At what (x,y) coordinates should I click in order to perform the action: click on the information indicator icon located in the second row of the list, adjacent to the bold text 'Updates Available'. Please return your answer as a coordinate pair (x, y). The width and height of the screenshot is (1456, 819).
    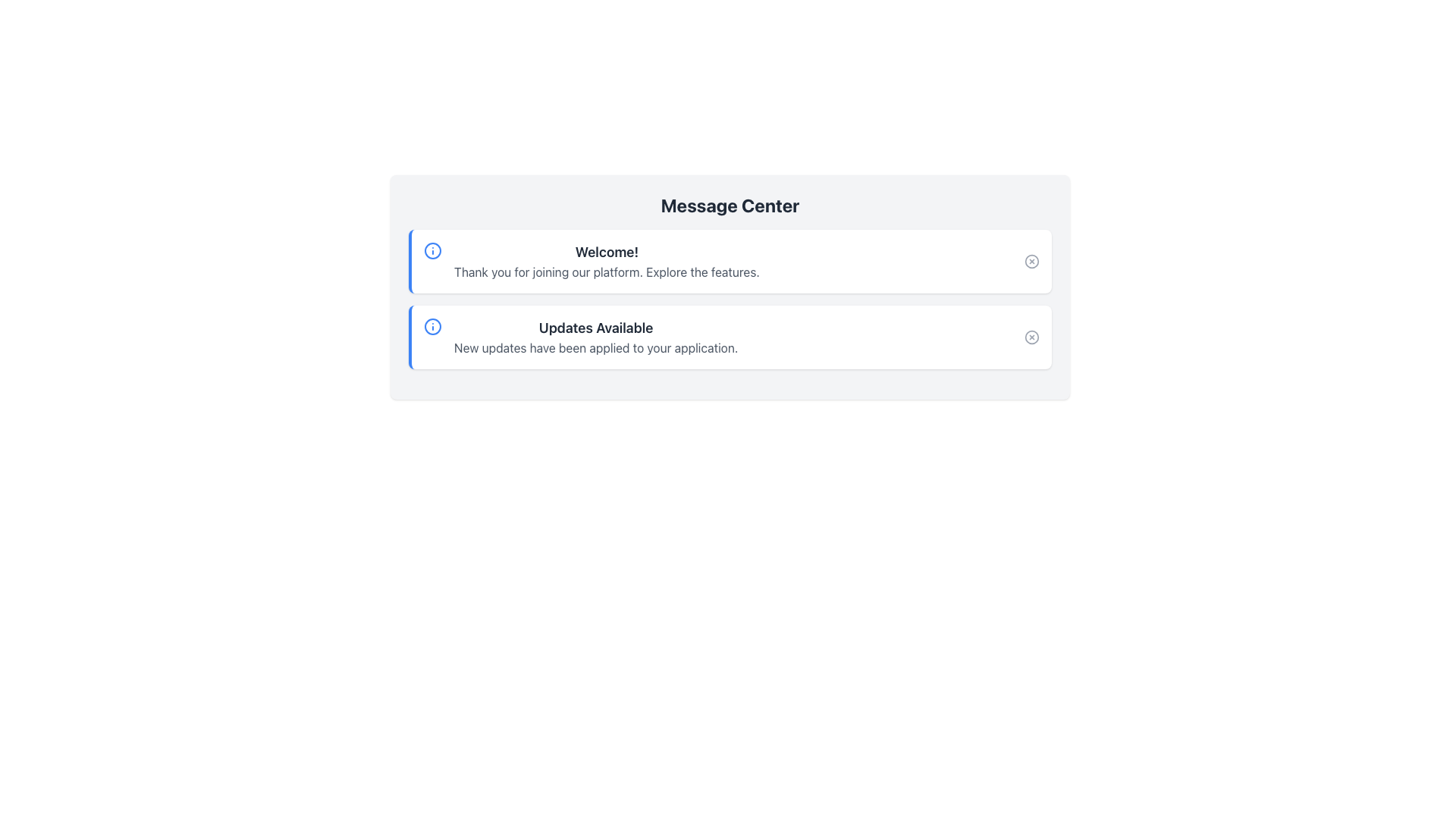
    Looking at the image, I should click on (432, 326).